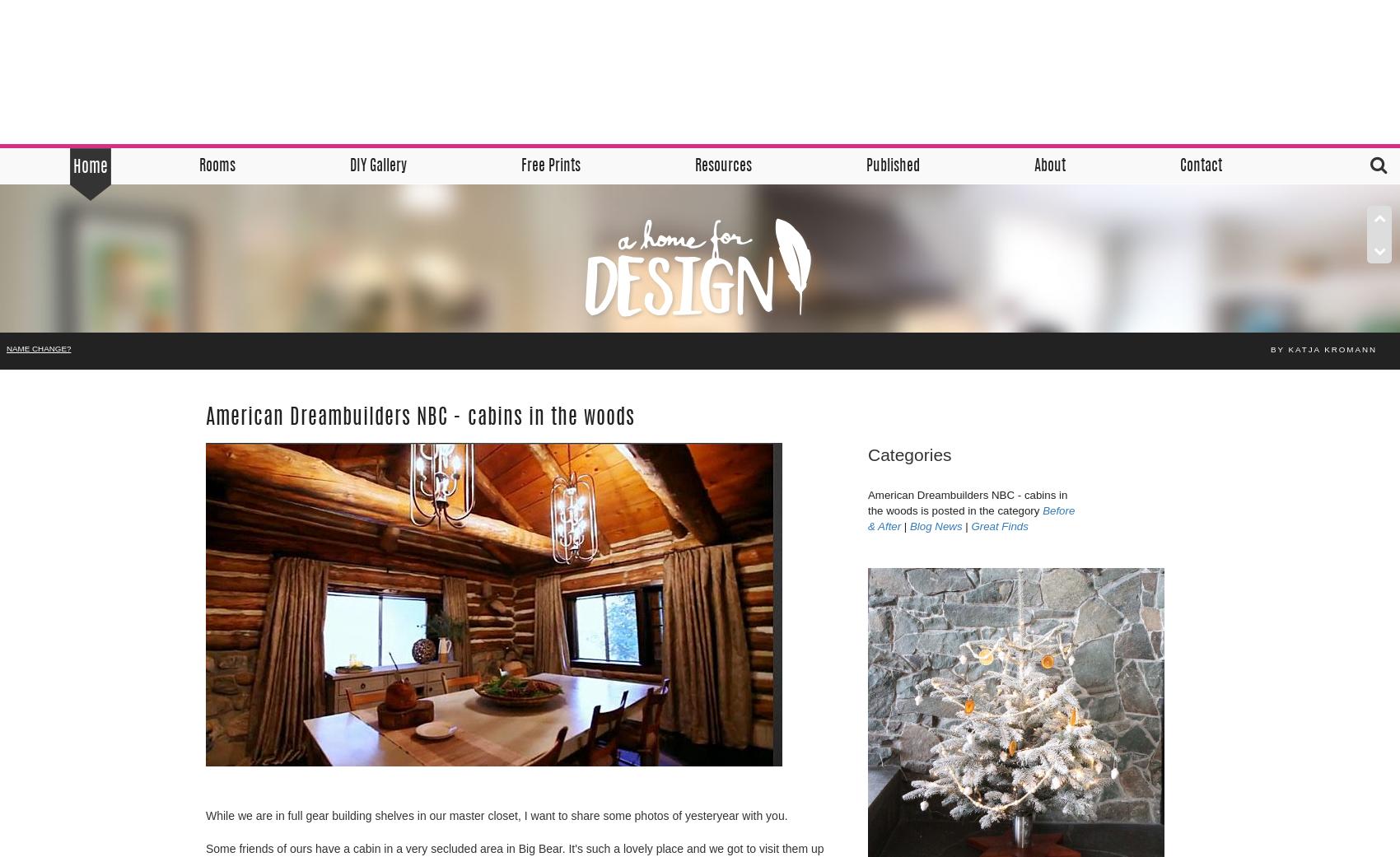 This screenshot has height=857, width=1400. Describe the element at coordinates (420, 417) in the screenshot. I see `'American Dreambuilders NBC - cabins in the woods'` at that location.